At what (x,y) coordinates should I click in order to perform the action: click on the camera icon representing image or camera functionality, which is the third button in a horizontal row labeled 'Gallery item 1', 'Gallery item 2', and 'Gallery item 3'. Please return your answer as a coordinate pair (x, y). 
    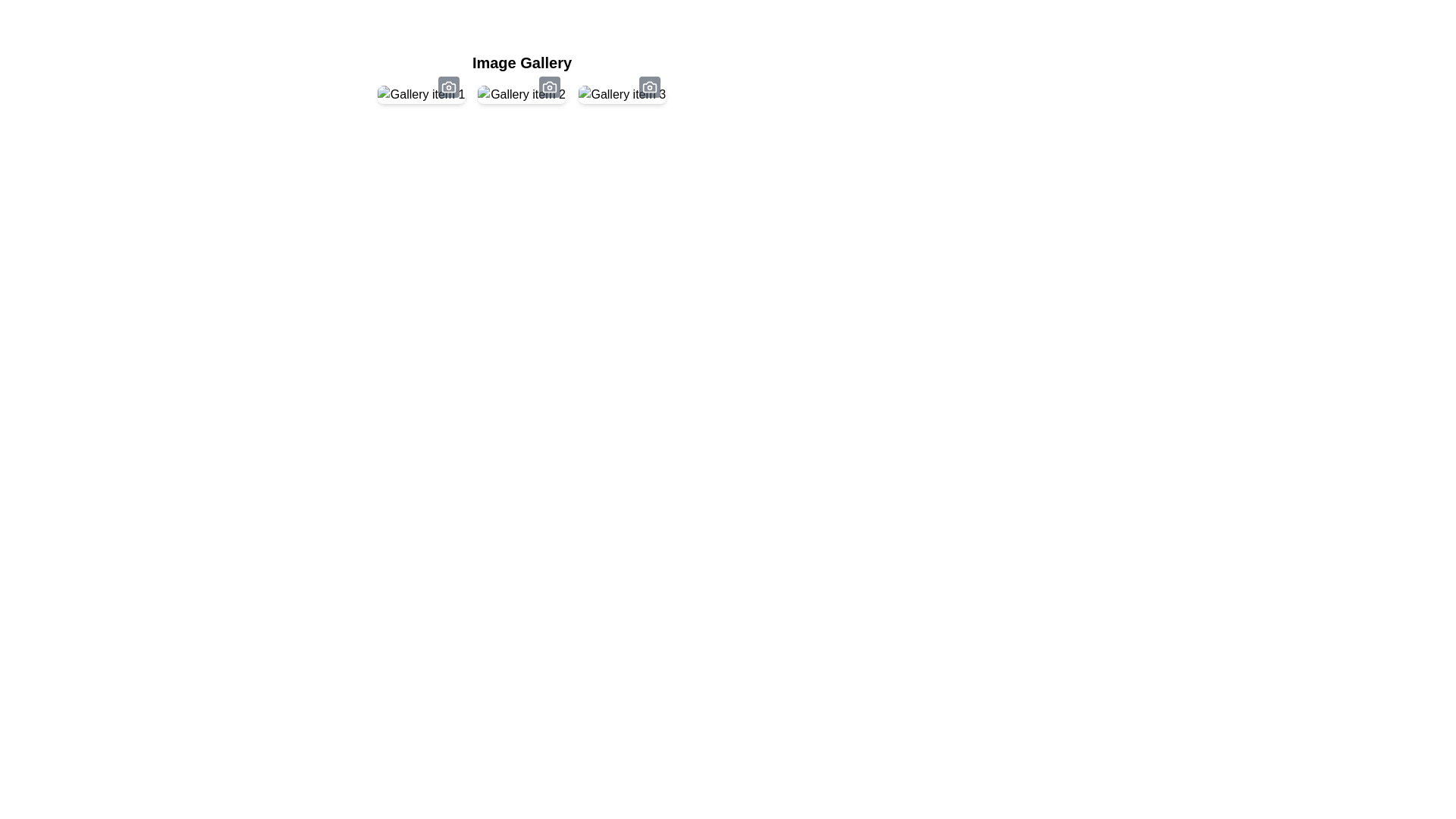
    Looking at the image, I should click on (650, 87).